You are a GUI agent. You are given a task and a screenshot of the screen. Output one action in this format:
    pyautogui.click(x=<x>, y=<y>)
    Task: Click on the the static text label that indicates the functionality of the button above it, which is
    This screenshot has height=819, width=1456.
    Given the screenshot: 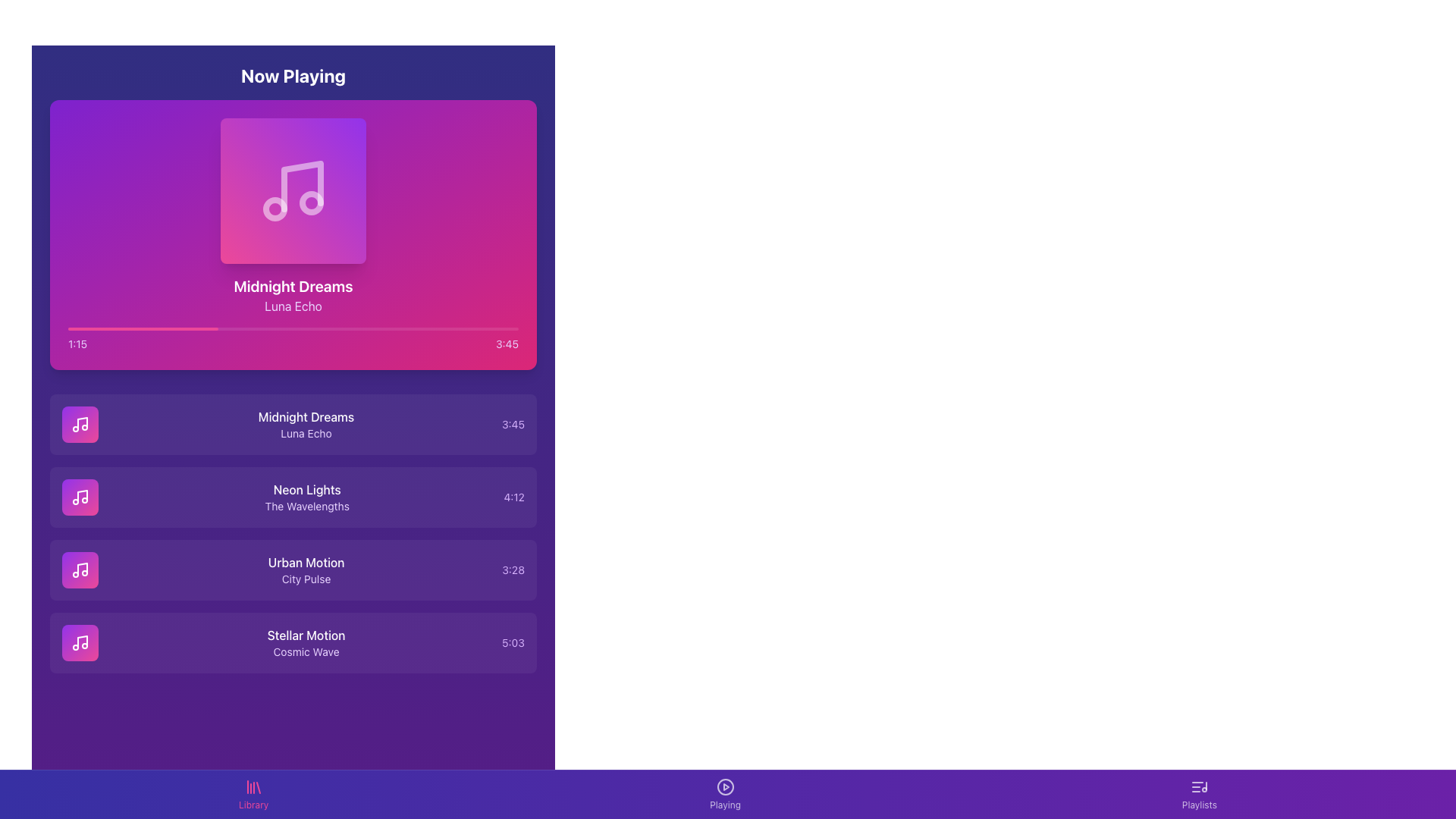 What is the action you would take?
    pyautogui.click(x=724, y=804)
    